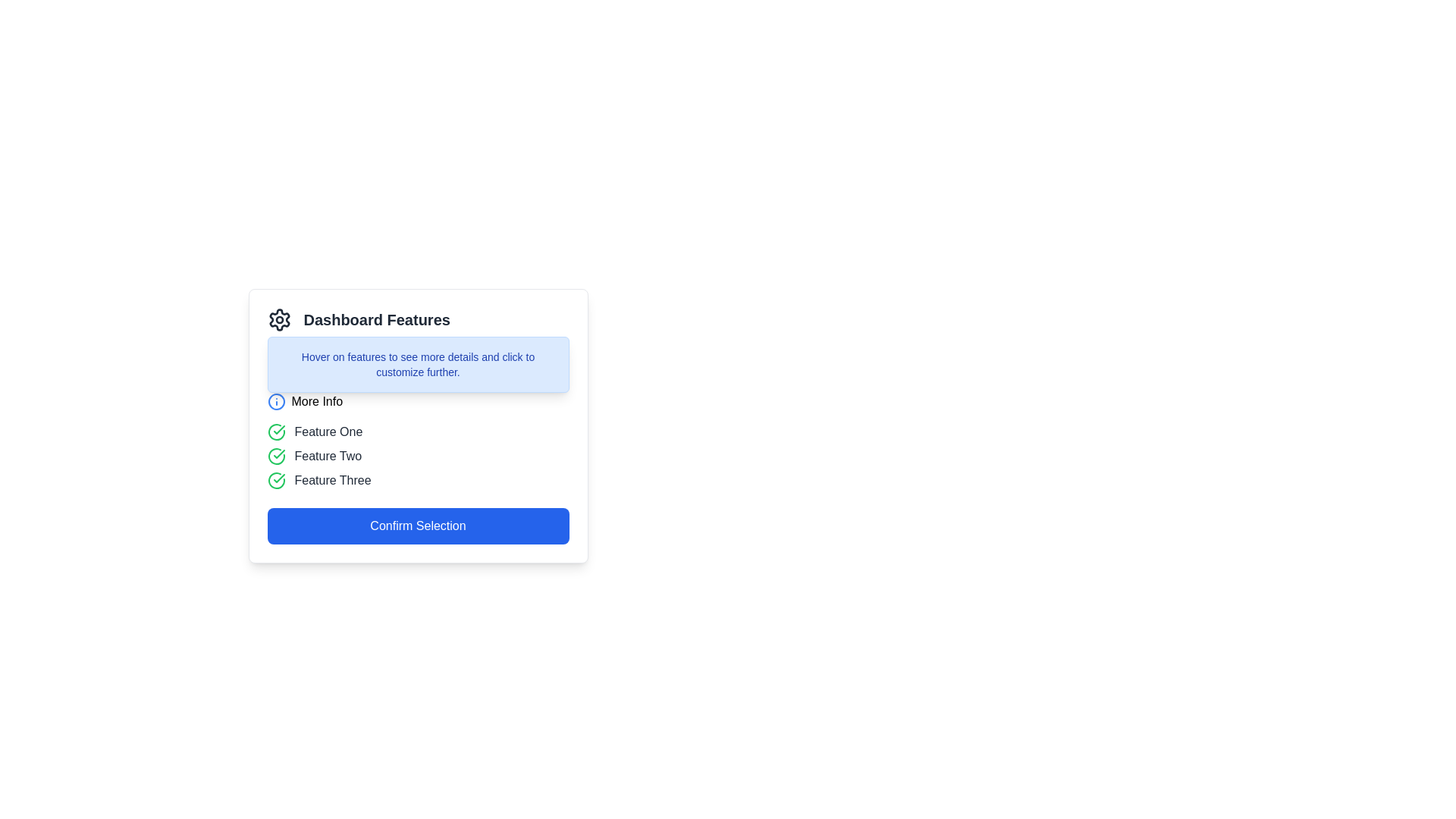  I want to click on the informational tooltip with text 'Hover on features, so click(418, 365).